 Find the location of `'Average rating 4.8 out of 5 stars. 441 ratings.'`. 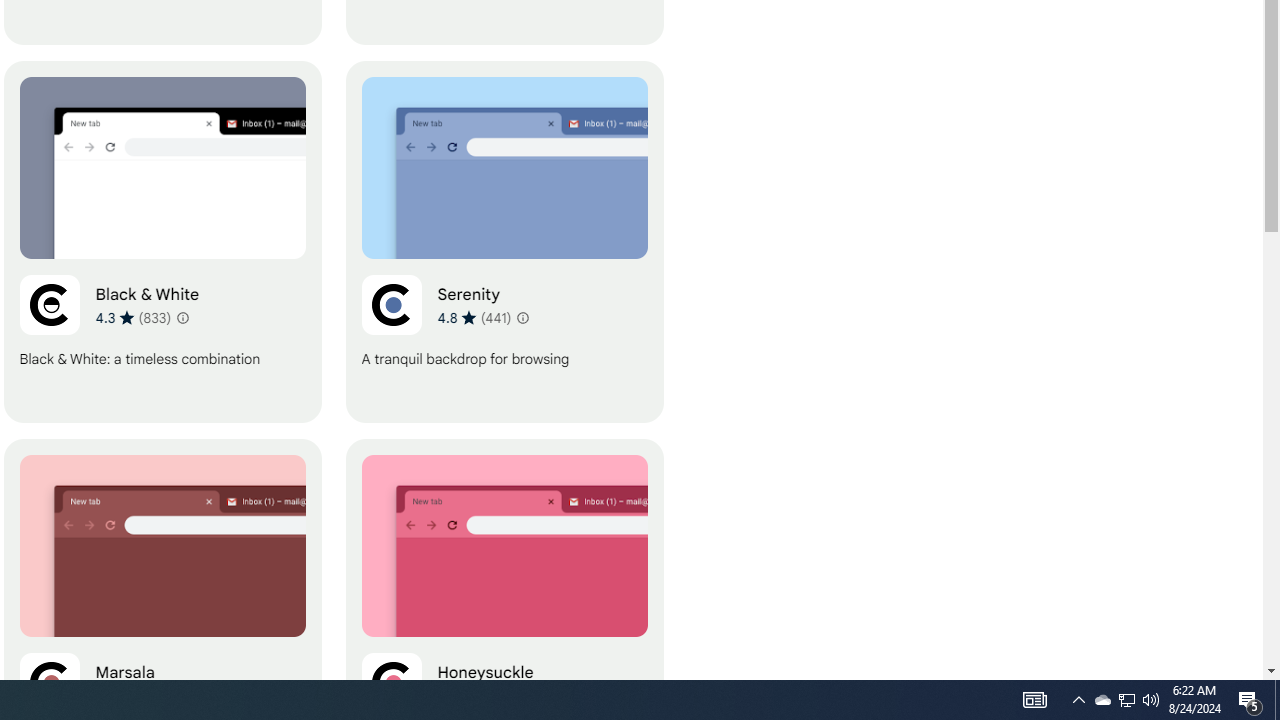

'Average rating 4.8 out of 5 stars. 441 ratings.' is located at coordinates (473, 316).